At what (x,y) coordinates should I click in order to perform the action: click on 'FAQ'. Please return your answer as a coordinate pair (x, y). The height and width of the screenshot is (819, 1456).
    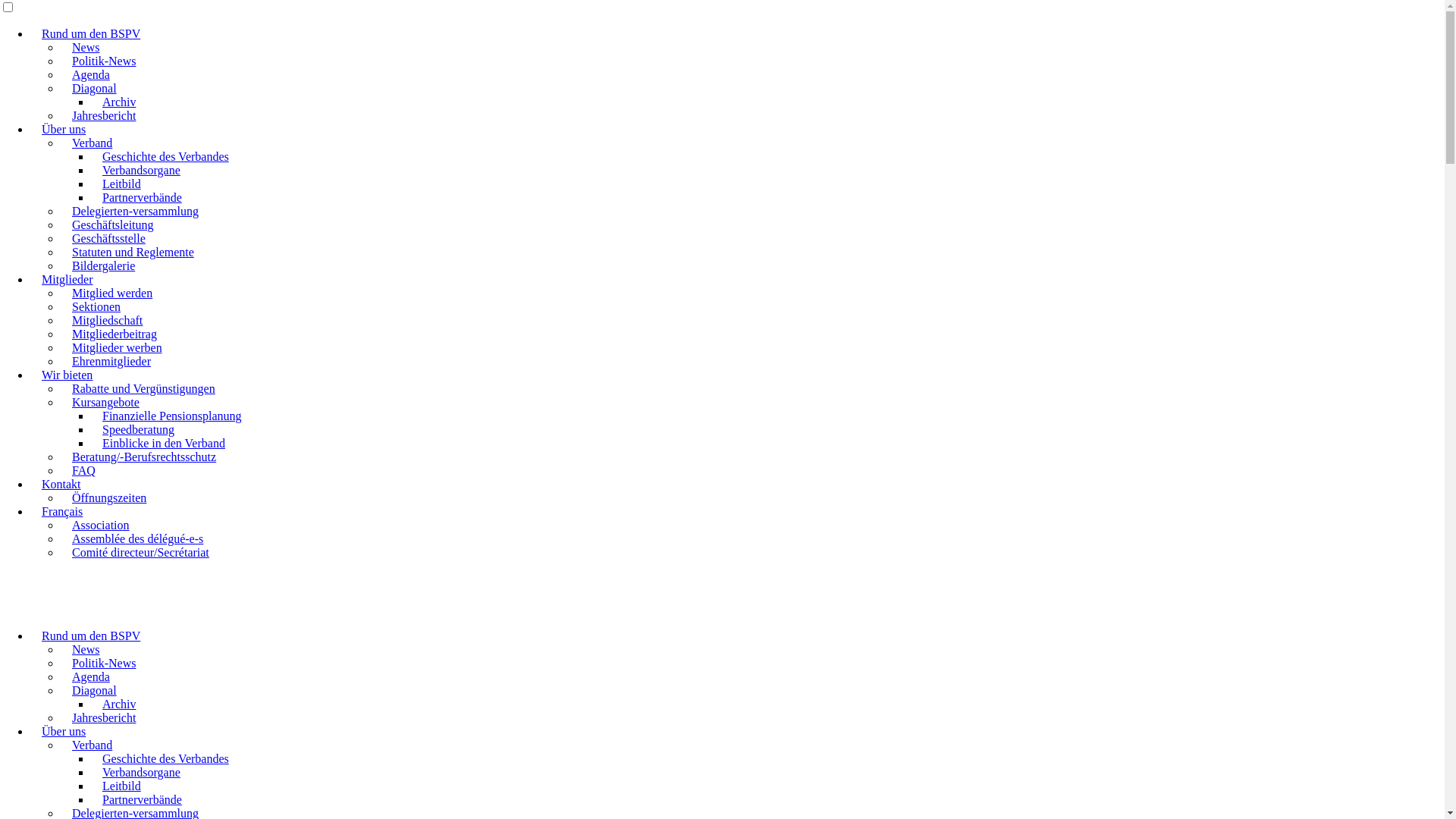
    Looking at the image, I should click on (83, 469).